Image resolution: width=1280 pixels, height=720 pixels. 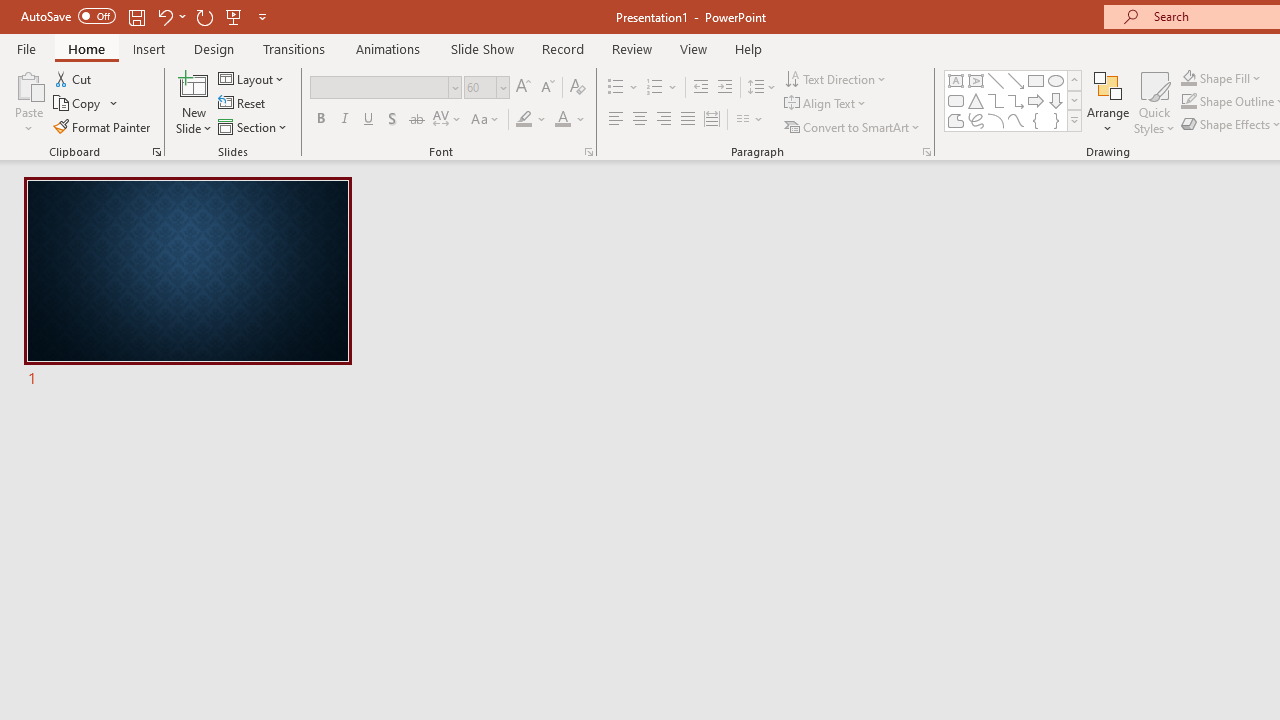 What do you see at coordinates (242, 103) in the screenshot?
I see `'Reset'` at bounding box center [242, 103].